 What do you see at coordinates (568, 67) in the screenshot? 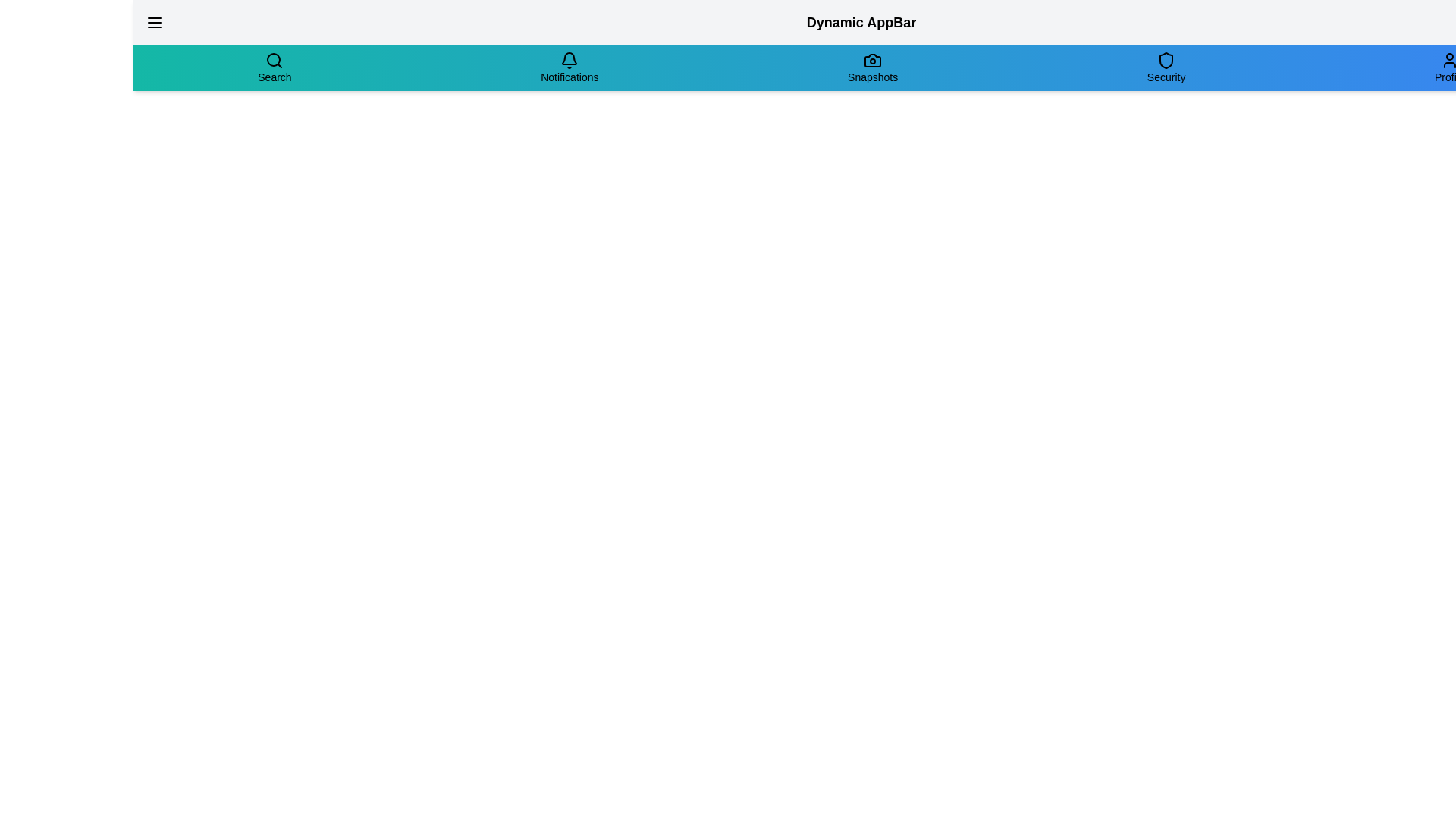
I see `the navigation item labeled Notifications` at bounding box center [568, 67].